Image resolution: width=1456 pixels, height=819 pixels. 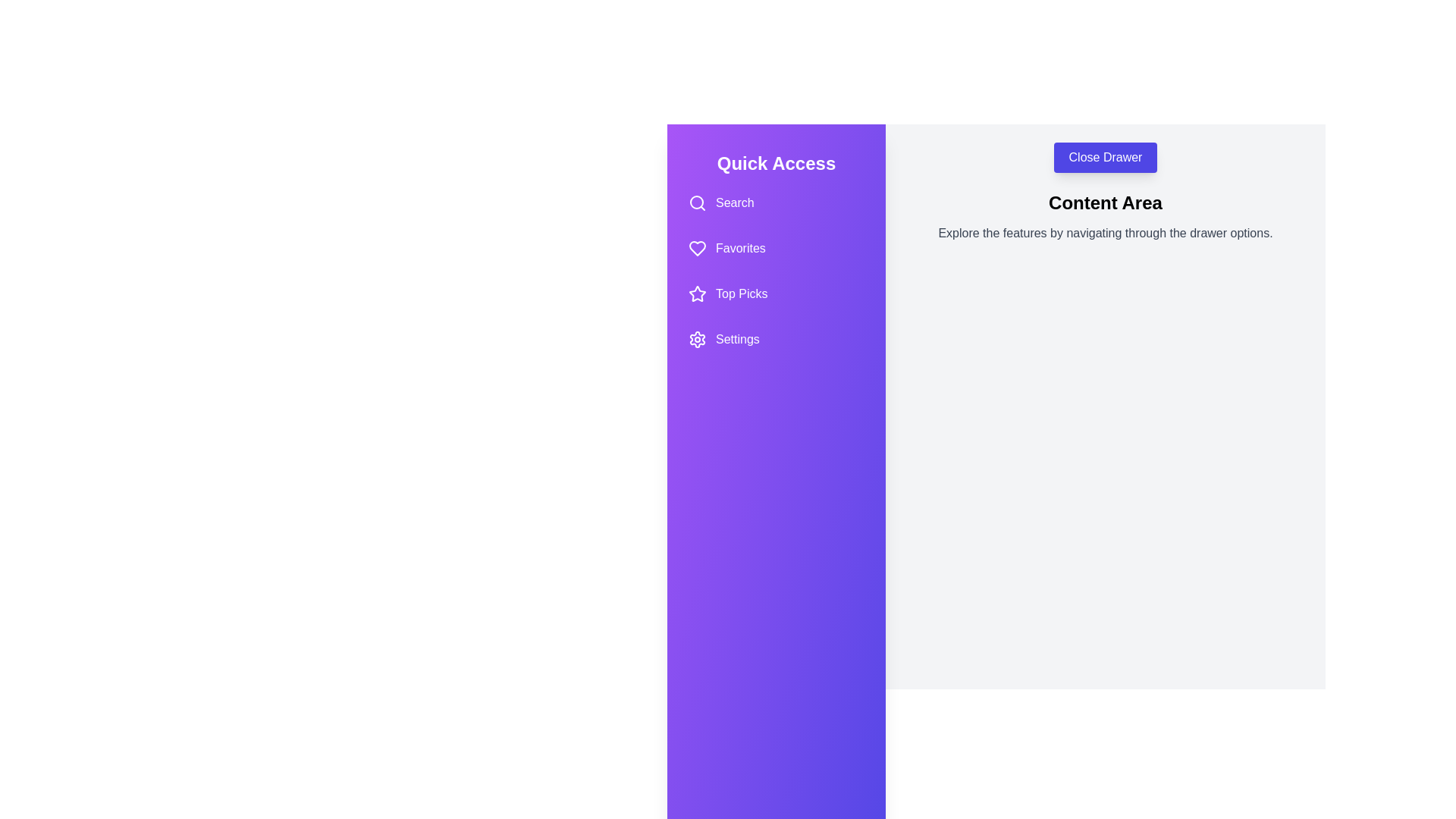 I want to click on the 'Close Drawer' button to close the drawer and reveal more of the content area, so click(x=1106, y=158).